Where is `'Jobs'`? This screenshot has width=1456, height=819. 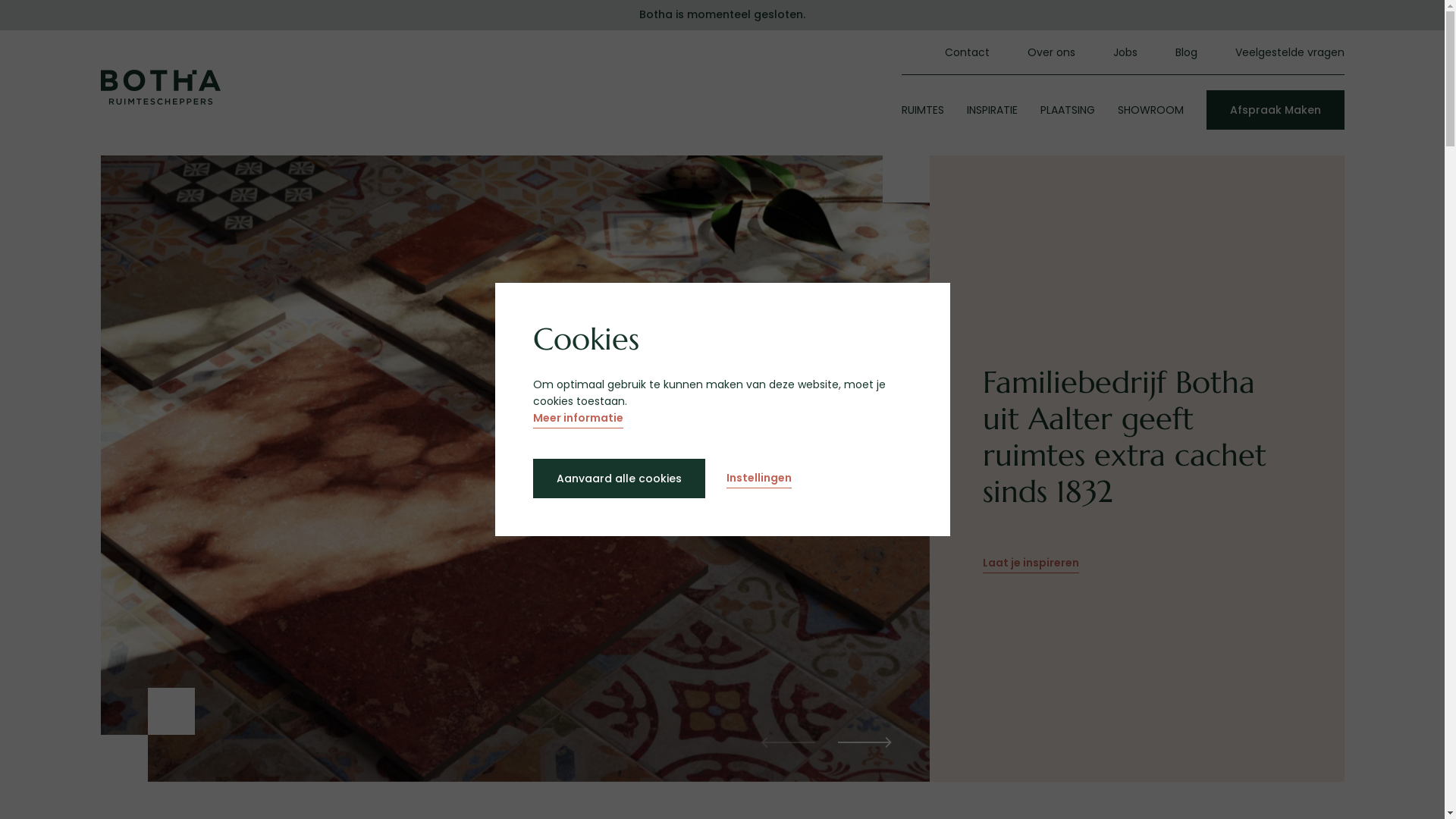 'Jobs' is located at coordinates (1125, 52).